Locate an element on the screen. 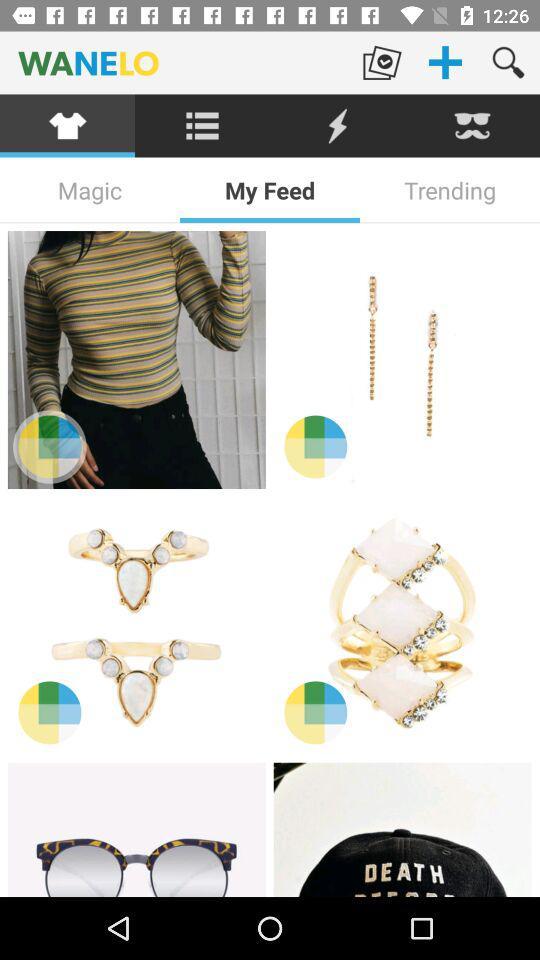 The width and height of the screenshot is (540, 960). the icon to the left of the my feed is located at coordinates (89, 190).